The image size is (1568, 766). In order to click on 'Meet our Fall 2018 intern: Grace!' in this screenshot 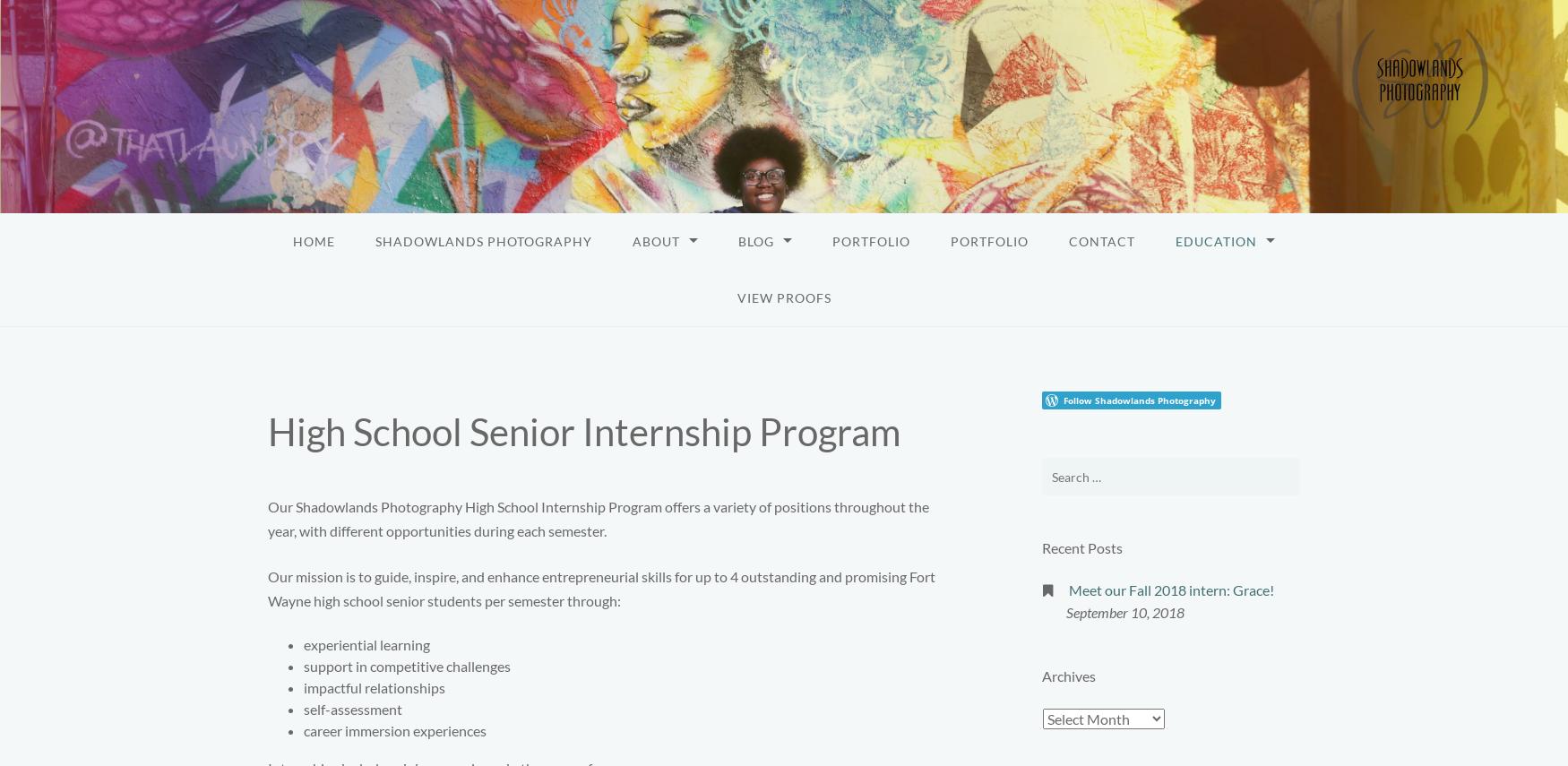, I will do `click(1170, 590)`.